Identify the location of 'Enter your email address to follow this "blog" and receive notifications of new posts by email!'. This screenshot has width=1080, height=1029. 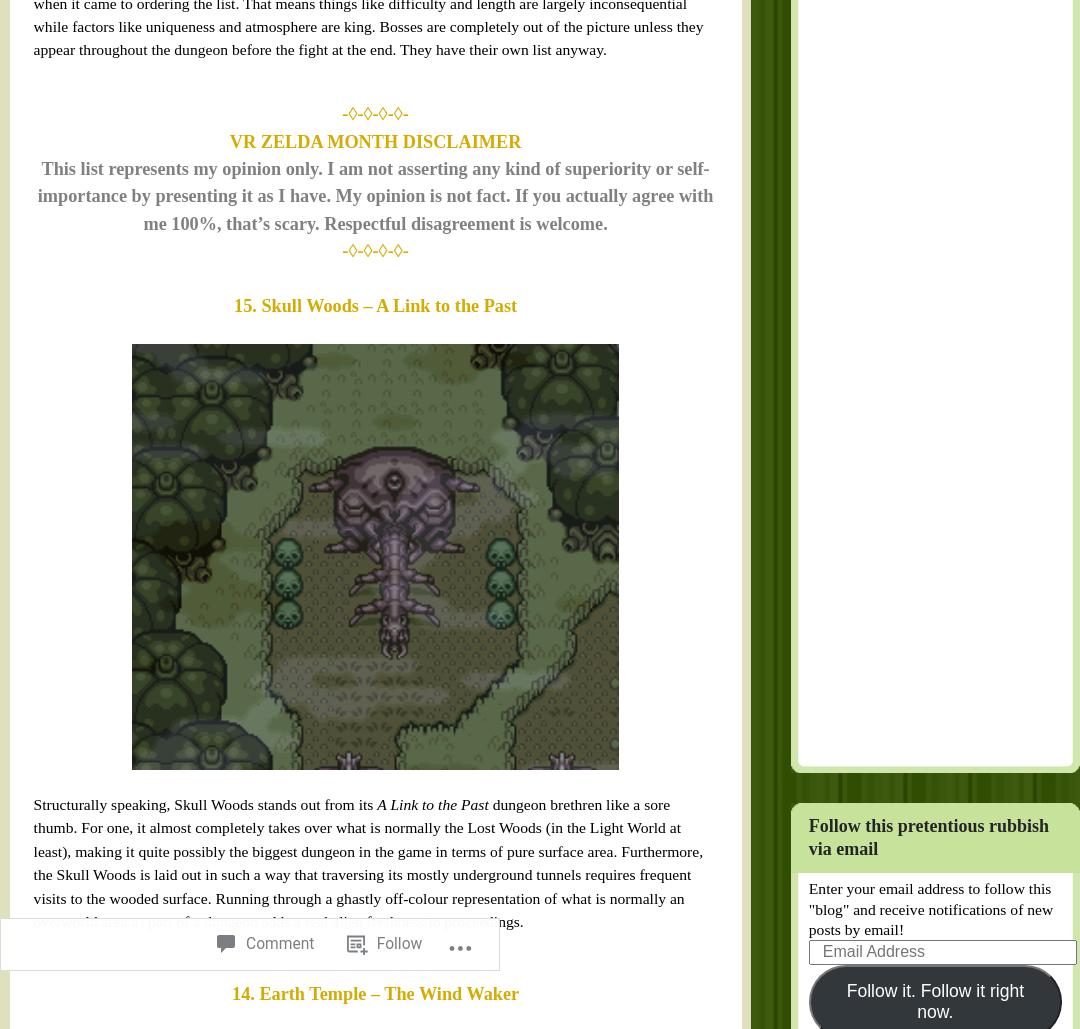
(774, 585).